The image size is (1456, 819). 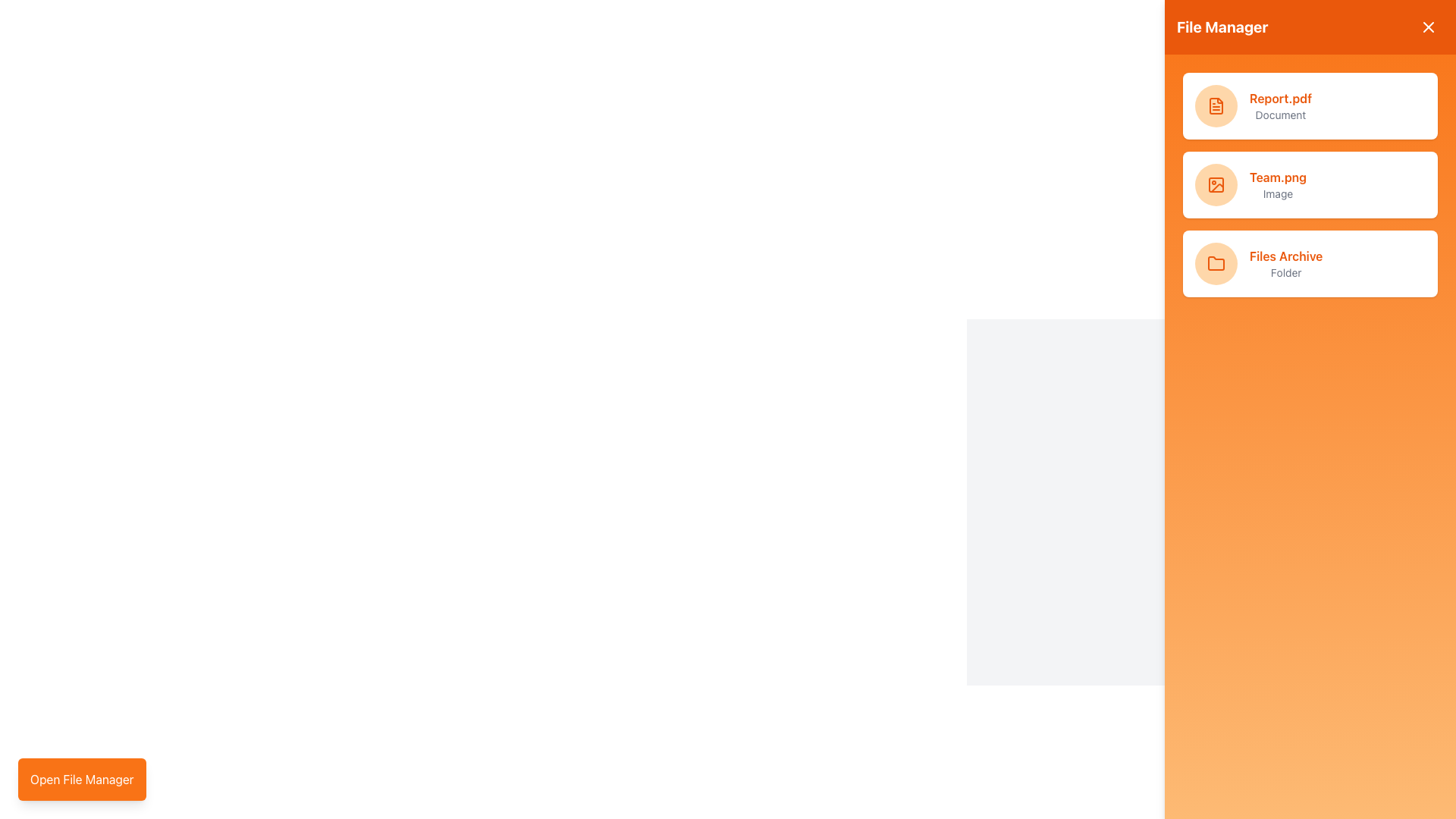 What do you see at coordinates (1427, 27) in the screenshot?
I see `the small square button with an 'X' icon located in the top-right corner of the 'File Manager' header` at bounding box center [1427, 27].